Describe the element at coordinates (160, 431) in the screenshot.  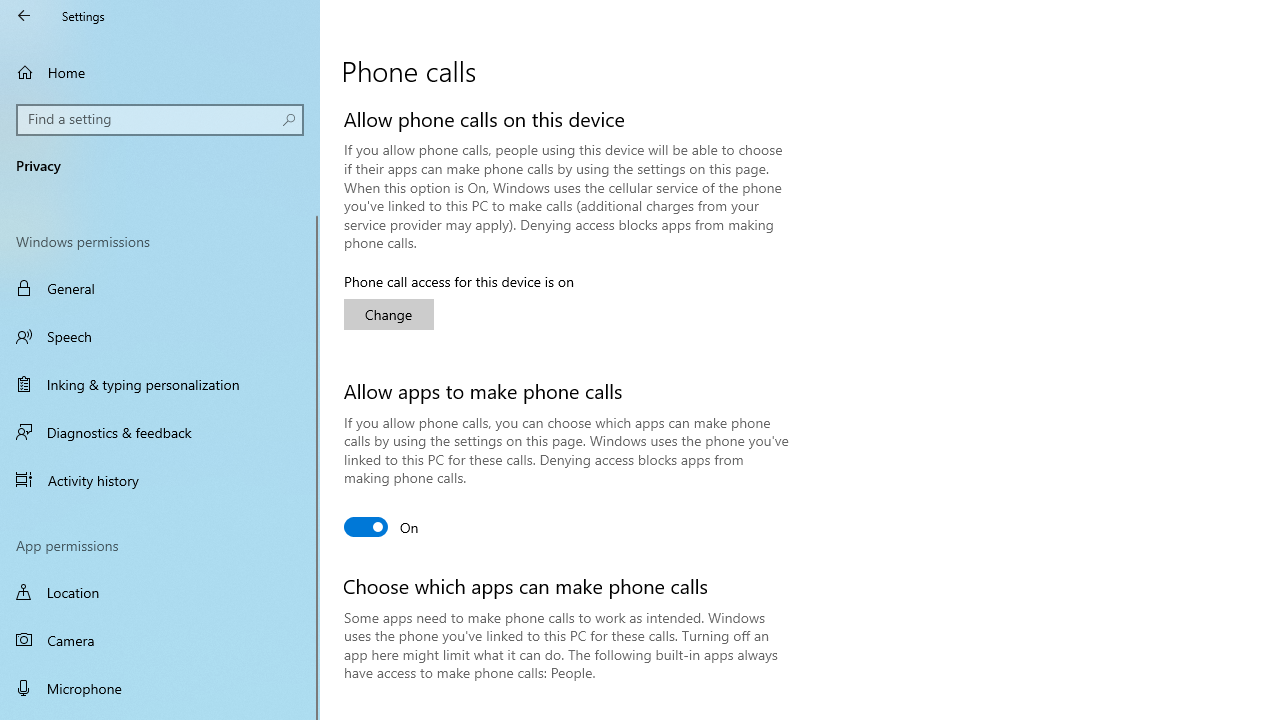
I see `'Diagnostics & feedback'` at that location.